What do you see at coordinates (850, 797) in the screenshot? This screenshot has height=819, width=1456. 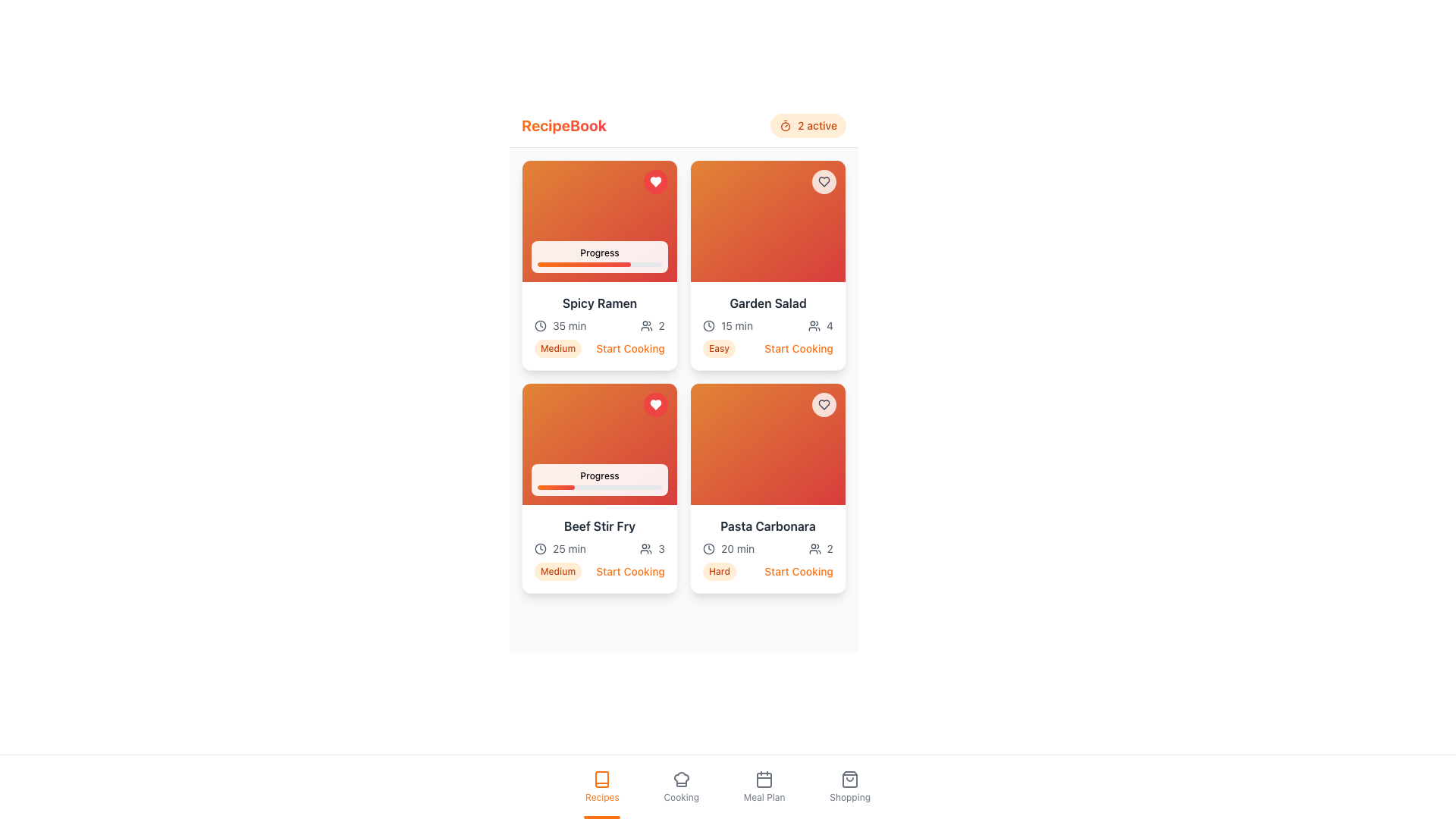 I see `the 'Shopping' text label located at the bottom navigation bar, which is the fourth item from the left, below the shopping bag icon` at bounding box center [850, 797].